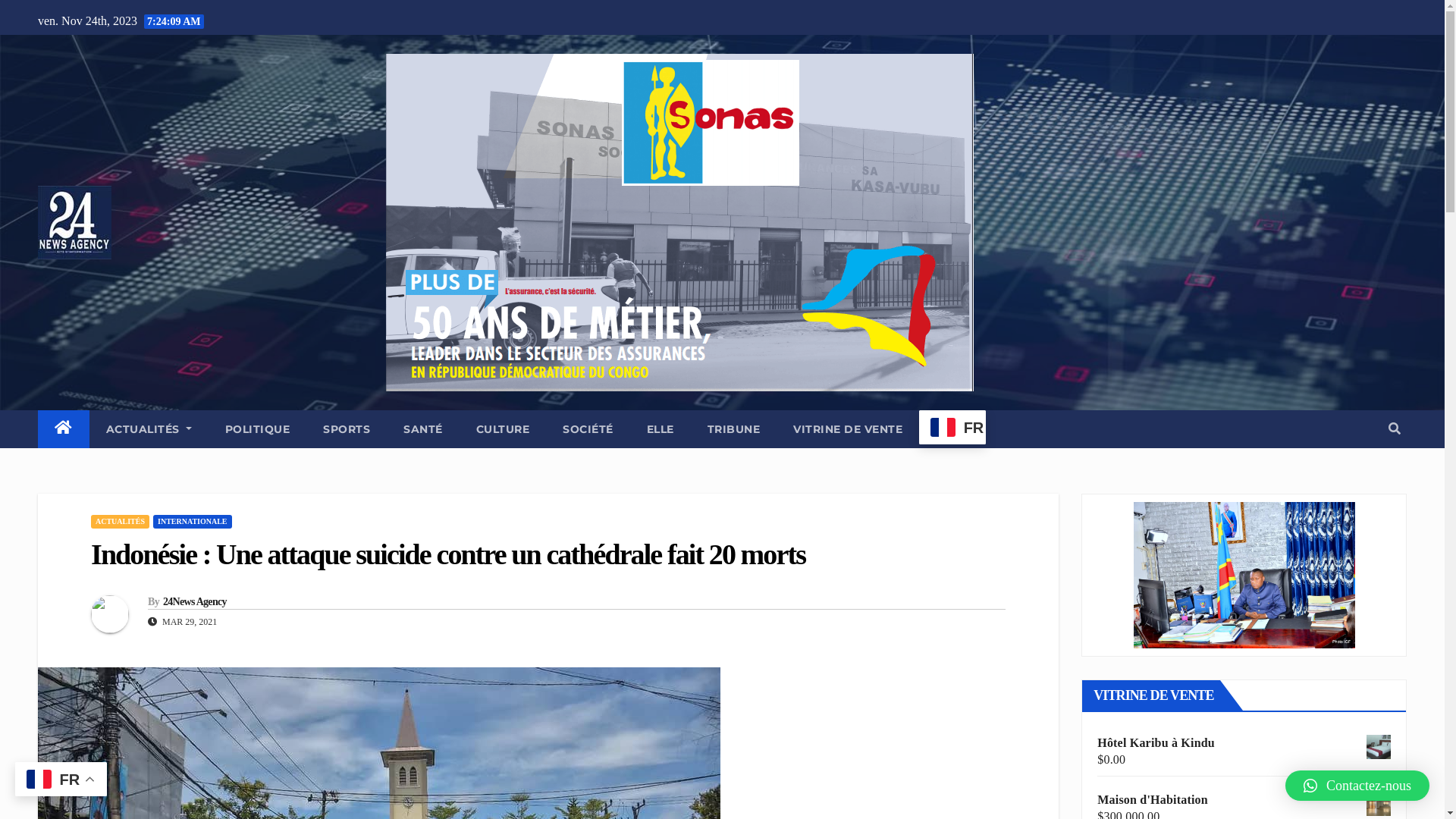 This screenshot has width=1456, height=819. What do you see at coordinates (163, 601) in the screenshot?
I see `'24News Agency'` at bounding box center [163, 601].